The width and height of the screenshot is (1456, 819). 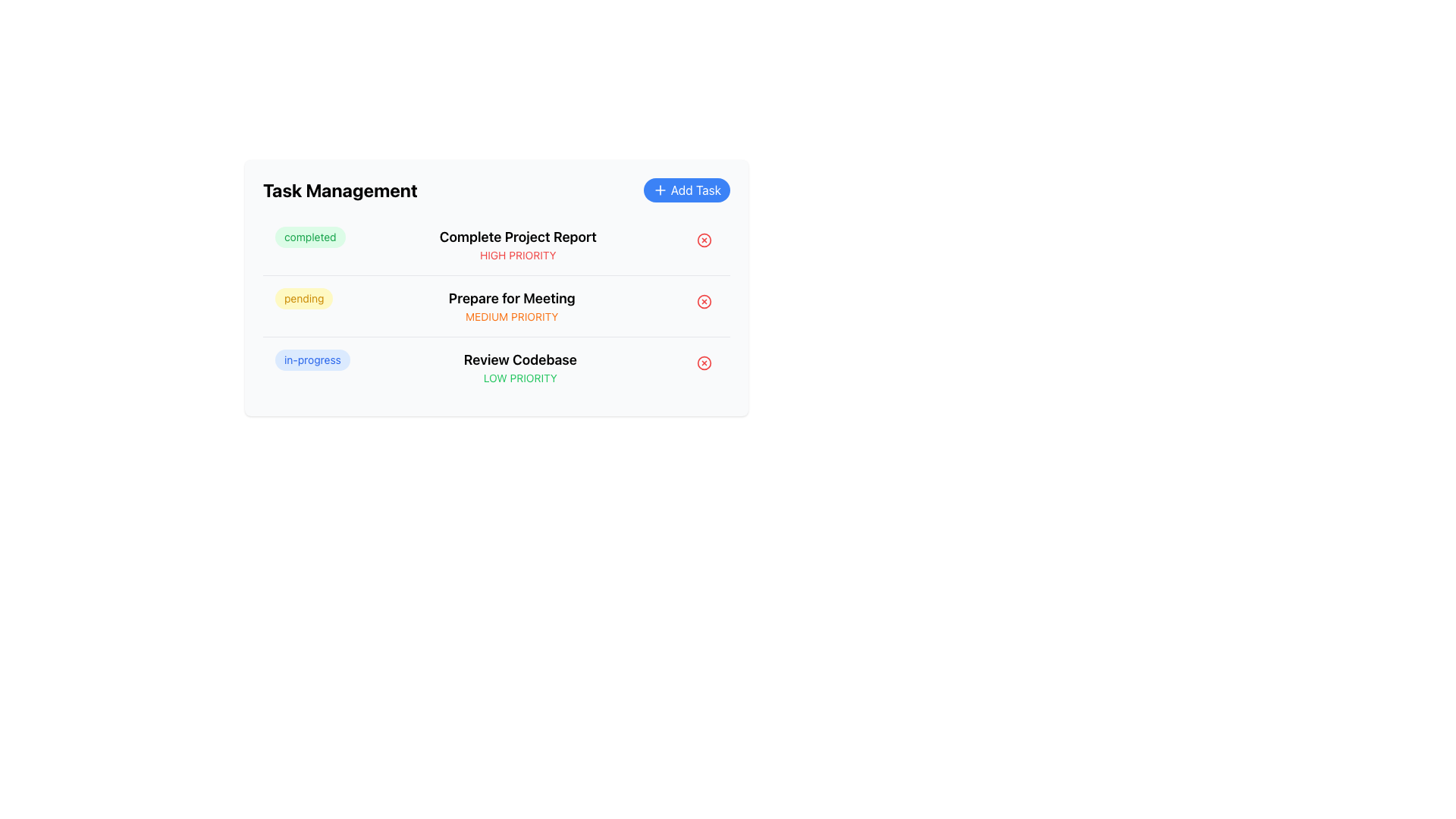 What do you see at coordinates (512, 315) in the screenshot?
I see `the 'Medium Priority' text label located directly below the task title 'Prepare for Meeting', which serves as a priority indicator for the associated task` at bounding box center [512, 315].